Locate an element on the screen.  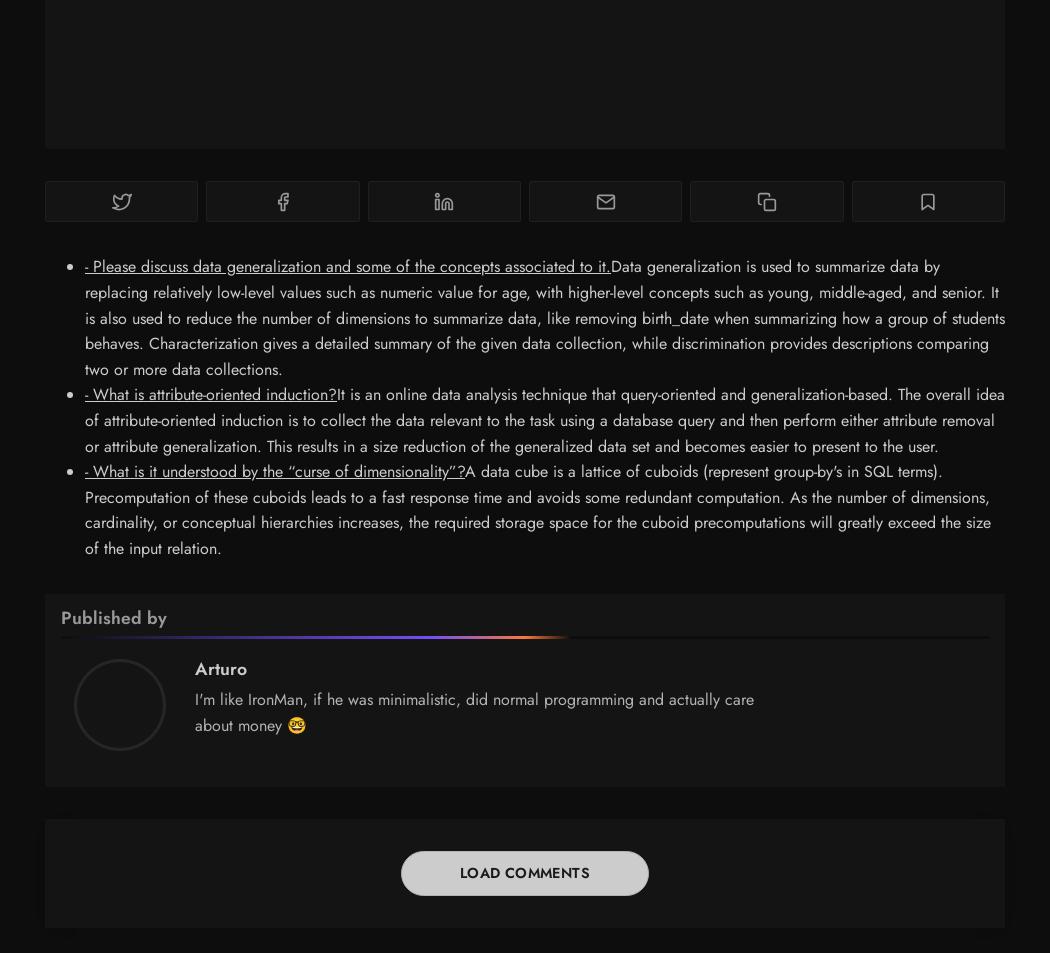
'Published by' is located at coordinates (113, 616).